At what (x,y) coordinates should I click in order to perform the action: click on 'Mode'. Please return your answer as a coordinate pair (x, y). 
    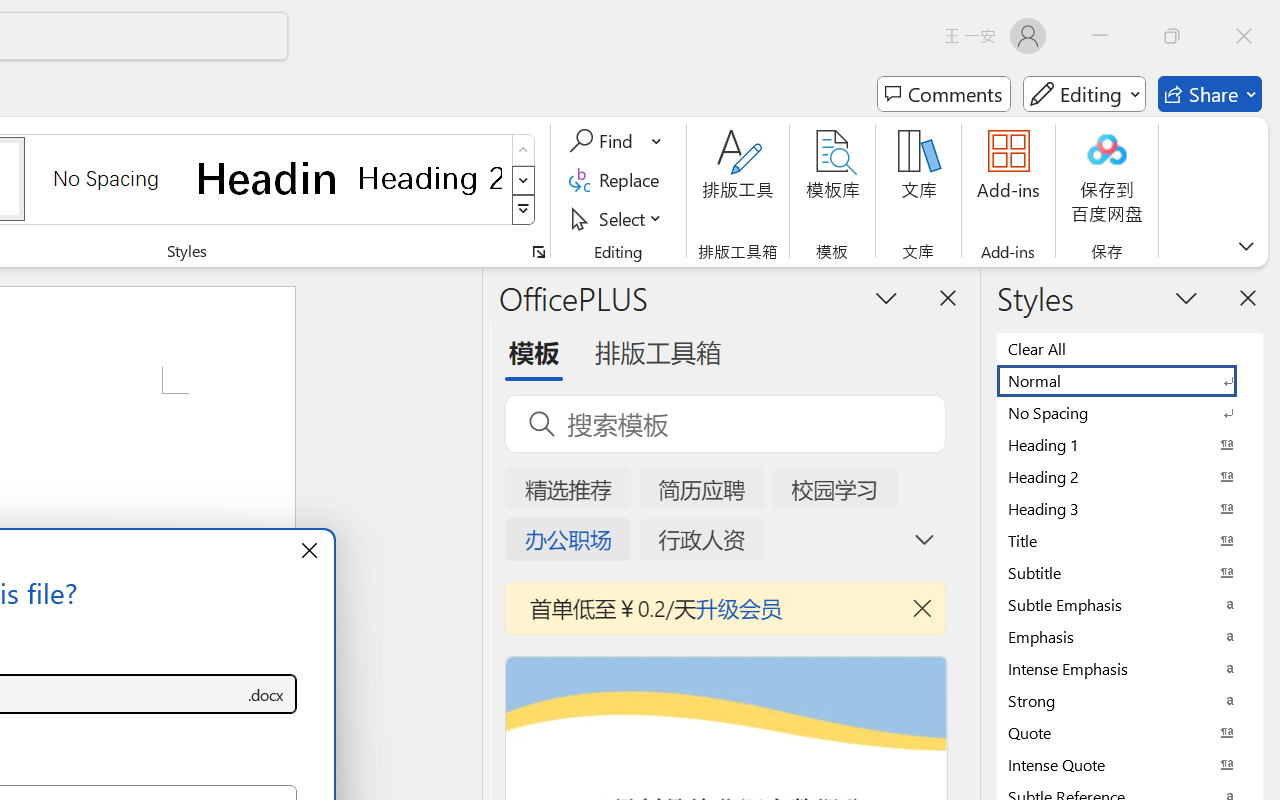
    Looking at the image, I should click on (1083, 94).